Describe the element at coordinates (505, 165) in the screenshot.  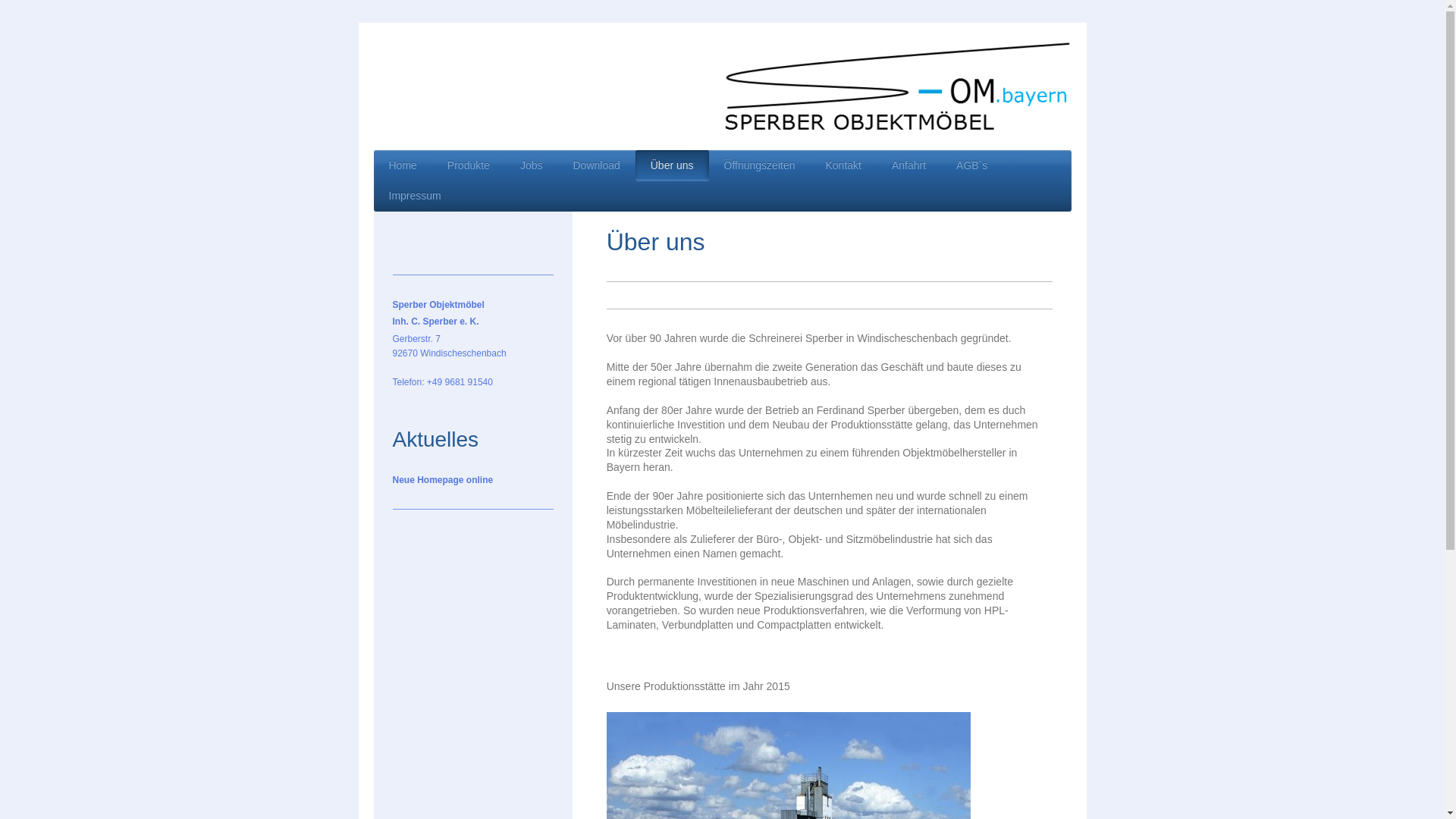
I see `'Jobs'` at that location.